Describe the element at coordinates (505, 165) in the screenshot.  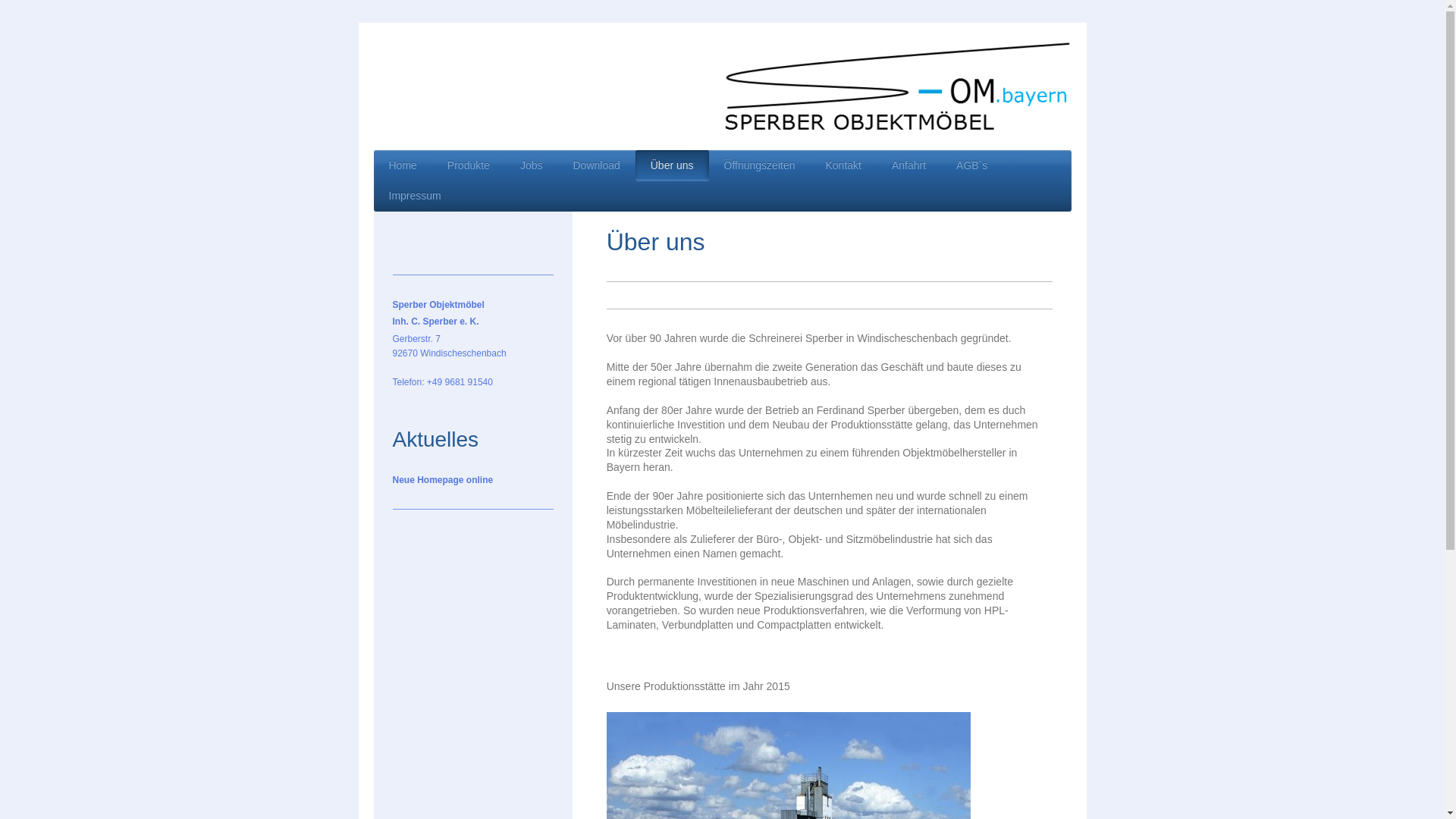
I see `'Jobs'` at that location.